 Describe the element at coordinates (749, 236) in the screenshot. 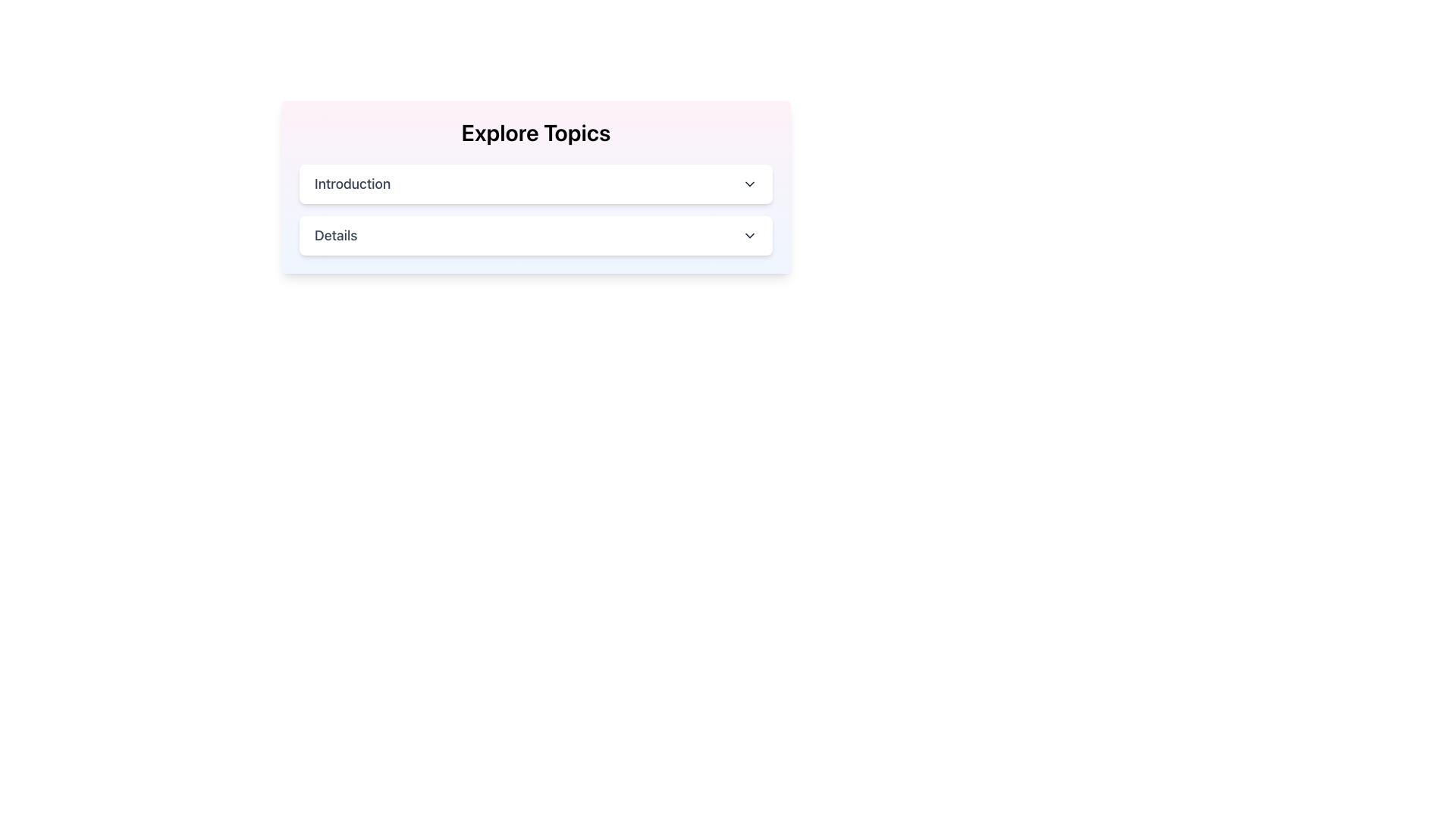

I see `the downward-facing chevron icon at the right end of the row labeled 'Details'` at that location.